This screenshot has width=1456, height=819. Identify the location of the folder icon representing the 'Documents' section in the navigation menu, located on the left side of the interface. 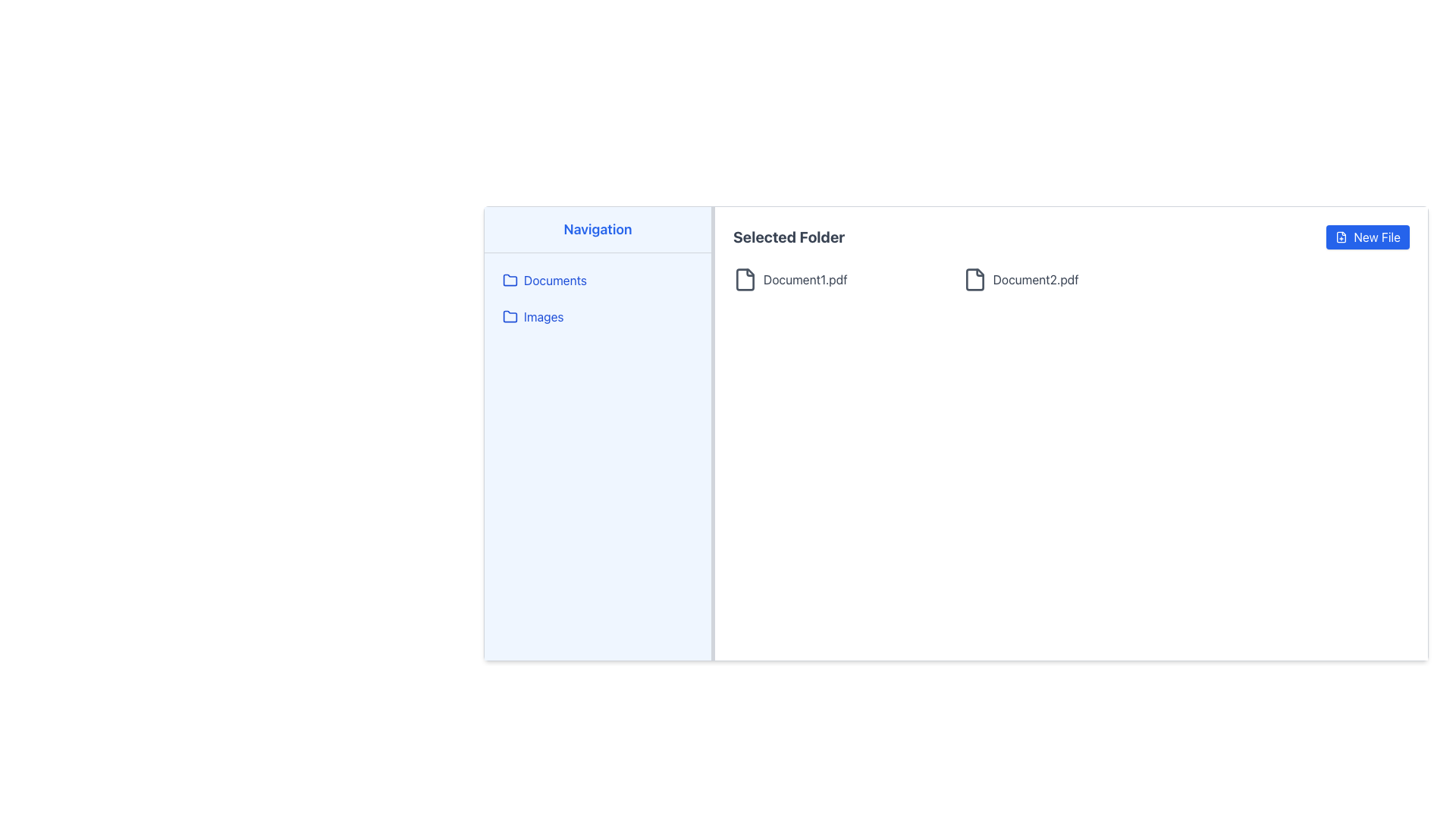
(510, 281).